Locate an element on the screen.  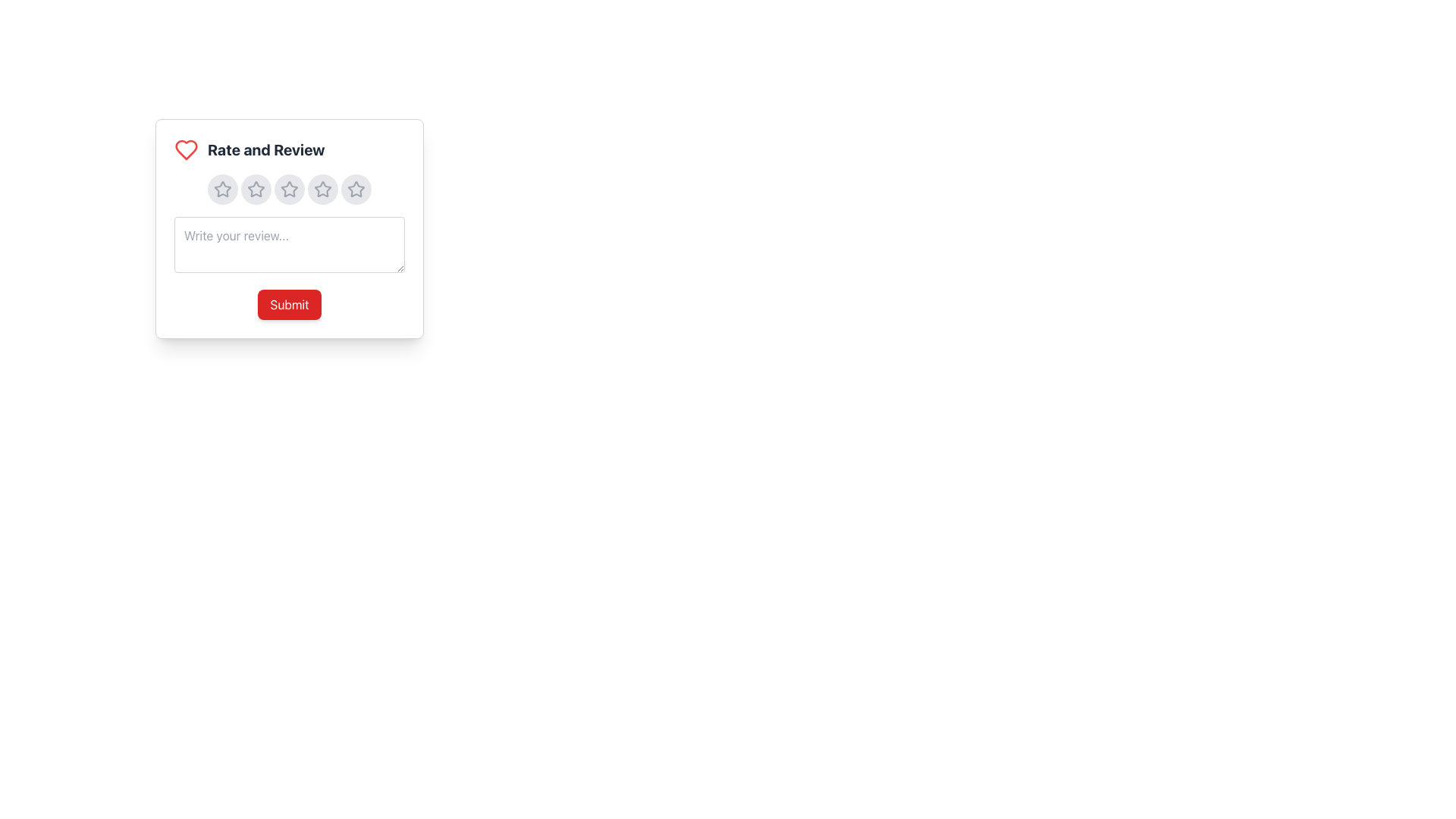
the circular icon button that features a star illustration, specifically the second star in a horizontal row of five stars is located at coordinates (256, 189).